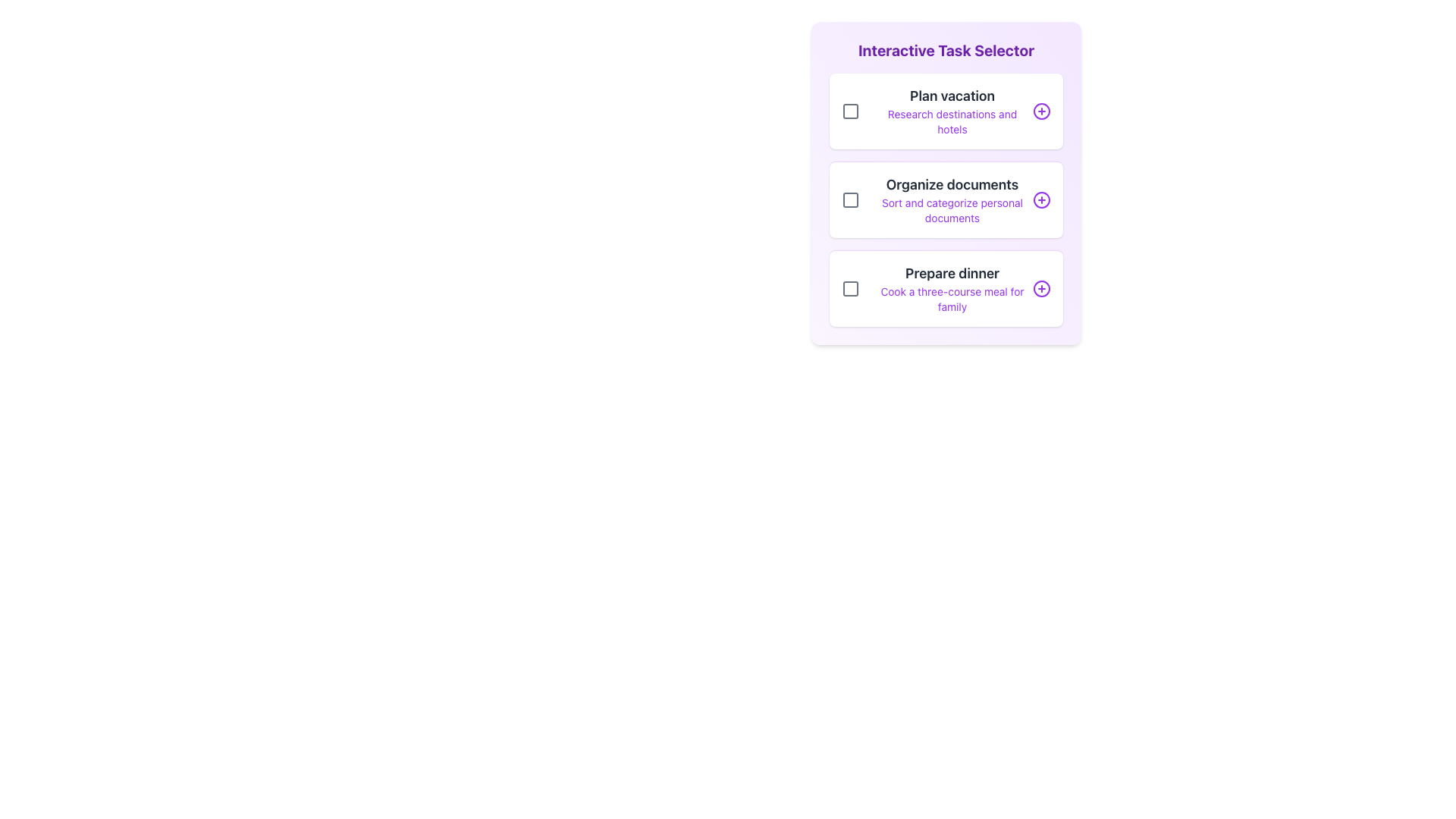 This screenshot has height=819, width=1456. I want to click on the text label displaying 'Cook a three-course meal for family', which is styled in purple and located below the 'Prepare dinner' heading, so click(952, 299).